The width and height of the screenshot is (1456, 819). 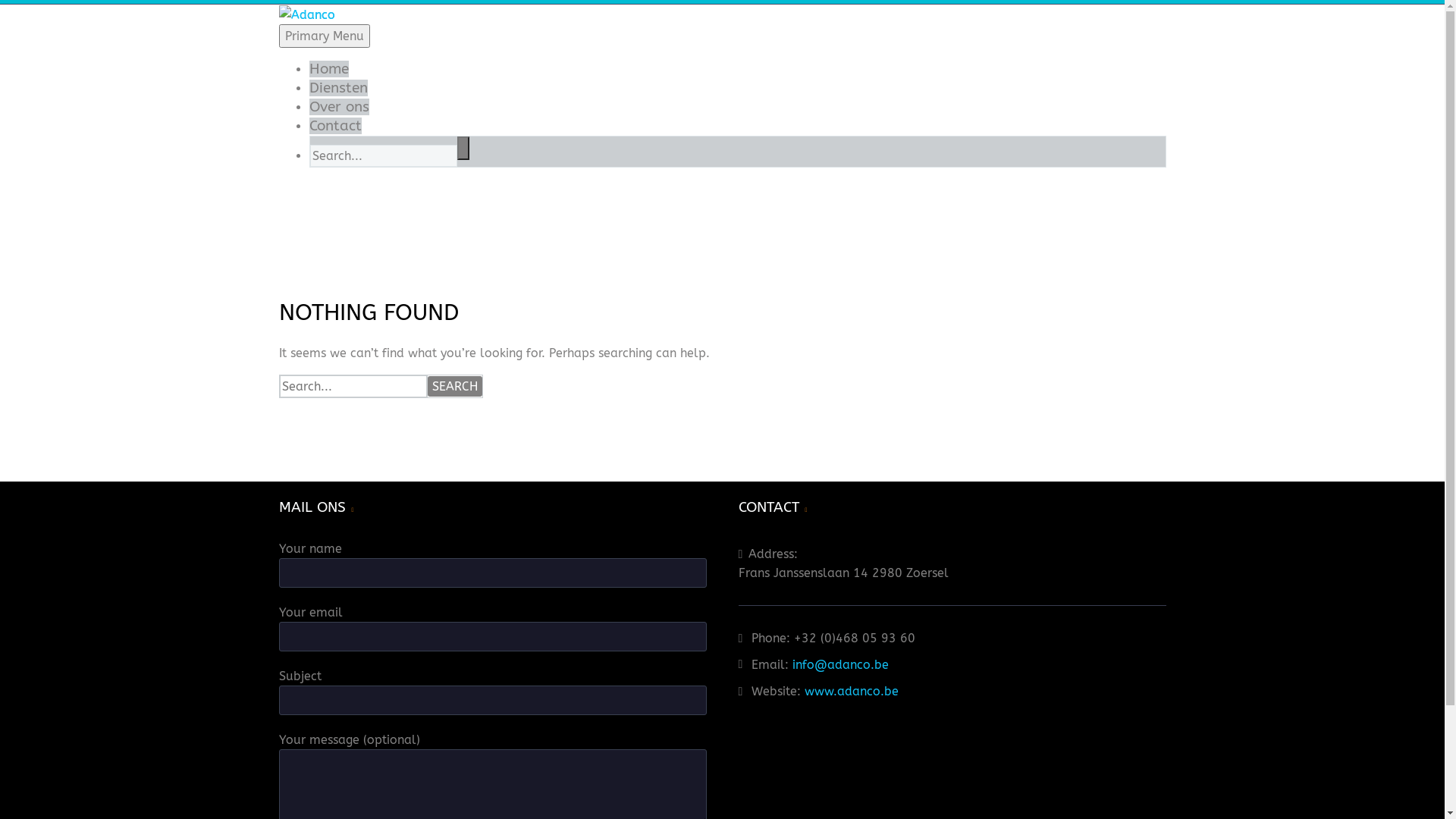 I want to click on 'www.adanco.be', so click(x=852, y=691).